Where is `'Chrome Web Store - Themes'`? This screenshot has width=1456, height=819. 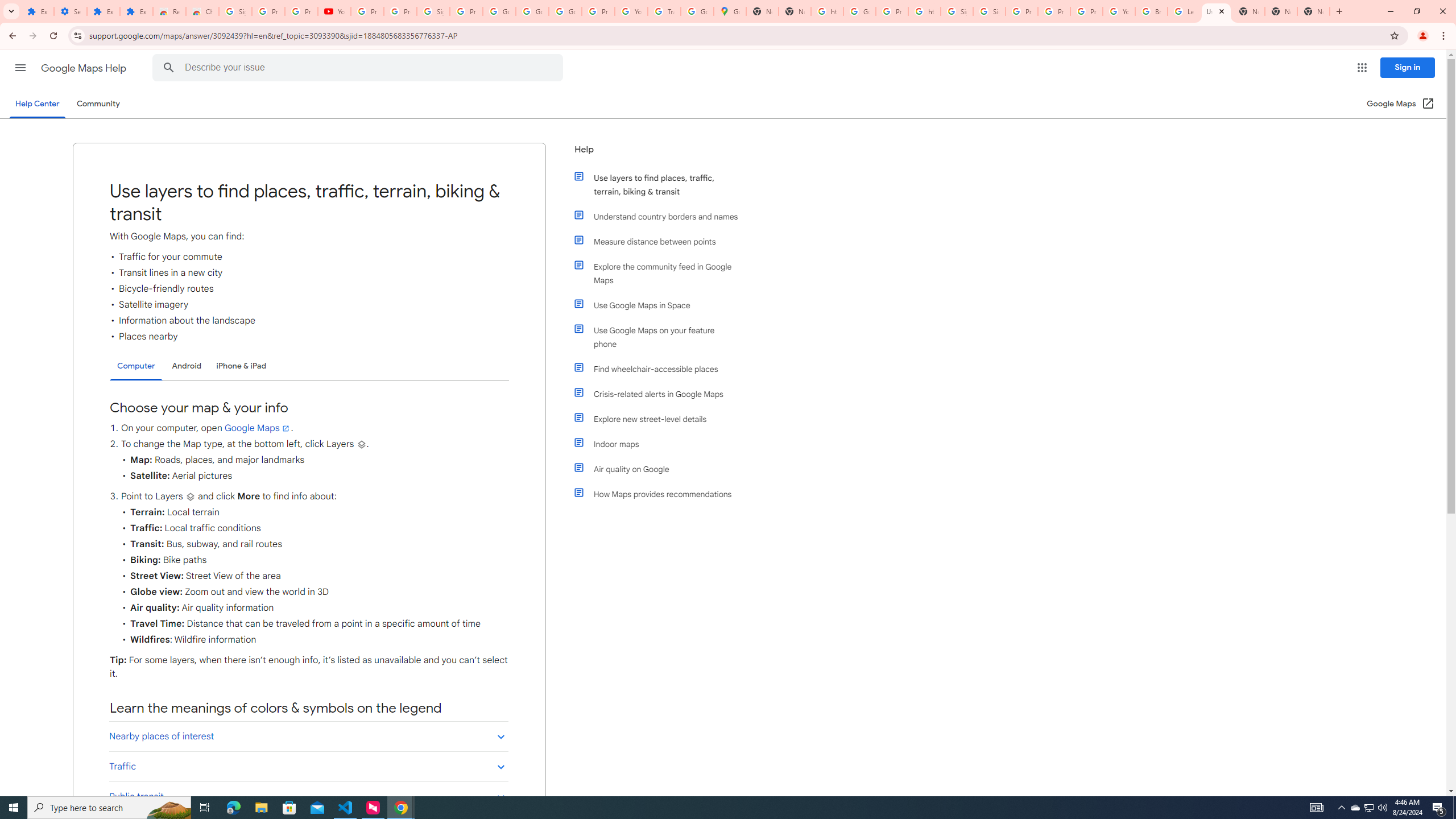
'Chrome Web Store - Themes' is located at coordinates (201, 11).